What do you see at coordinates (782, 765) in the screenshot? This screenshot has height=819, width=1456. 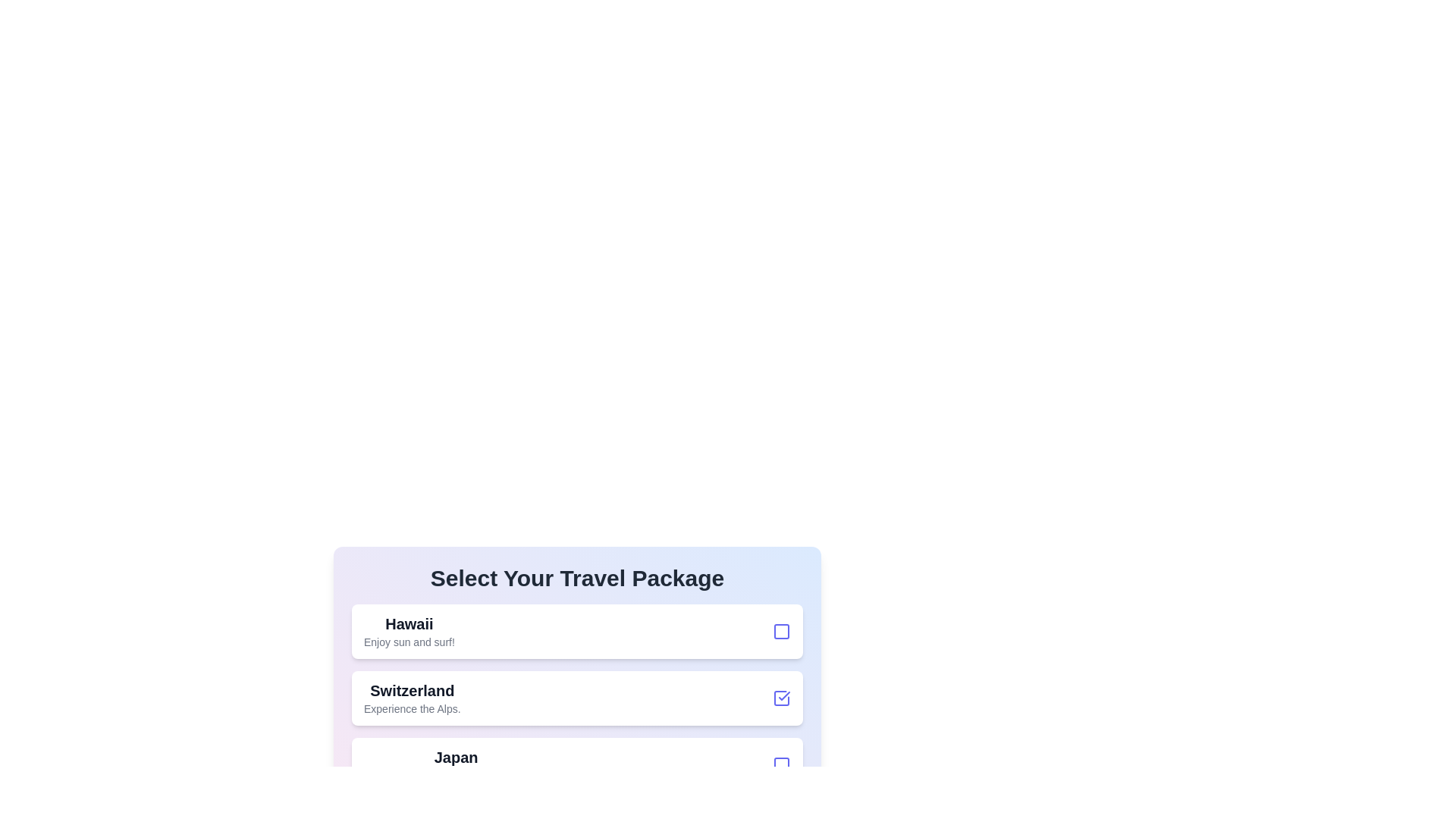 I see `the checkbox for the travel package 'Japan' to select or deselect it` at bounding box center [782, 765].